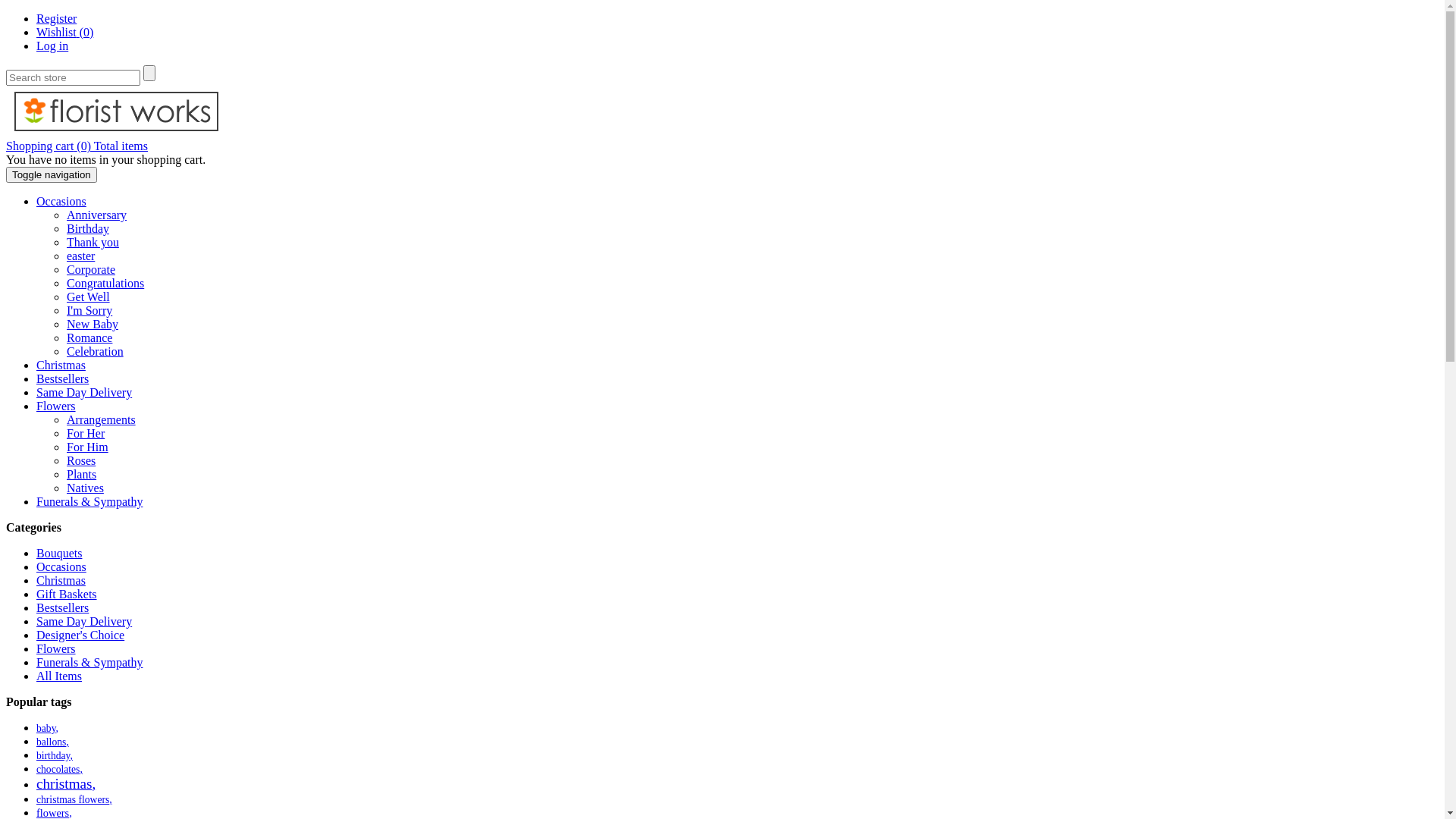 This screenshot has width=1456, height=819. Describe the element at coordinates (55, 405) in the screenshot. I see `'Flowers'` at that location.